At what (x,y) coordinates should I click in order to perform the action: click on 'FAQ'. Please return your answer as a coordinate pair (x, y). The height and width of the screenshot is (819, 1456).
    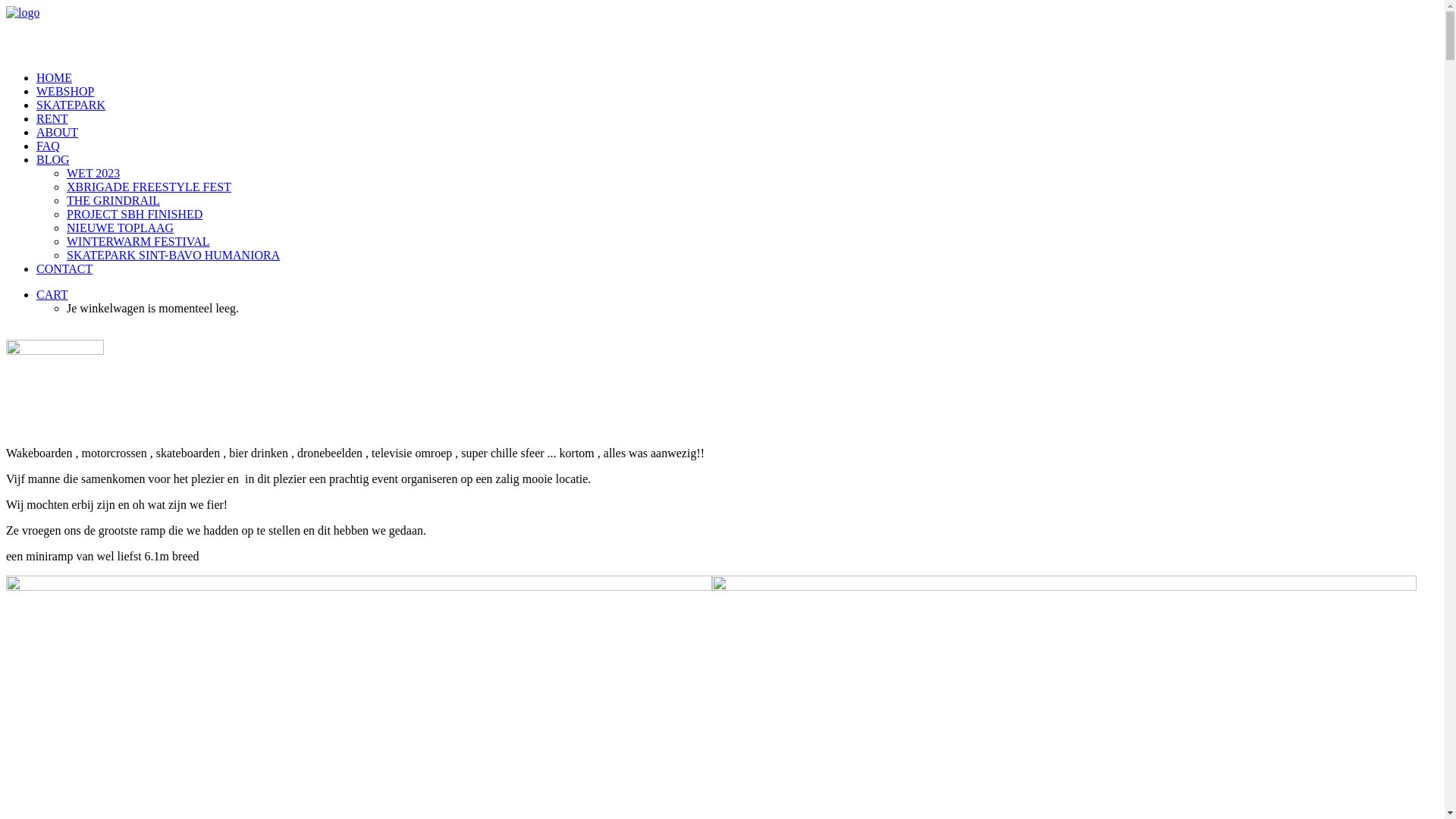
    Looking at the image, I should click on (36, 146).